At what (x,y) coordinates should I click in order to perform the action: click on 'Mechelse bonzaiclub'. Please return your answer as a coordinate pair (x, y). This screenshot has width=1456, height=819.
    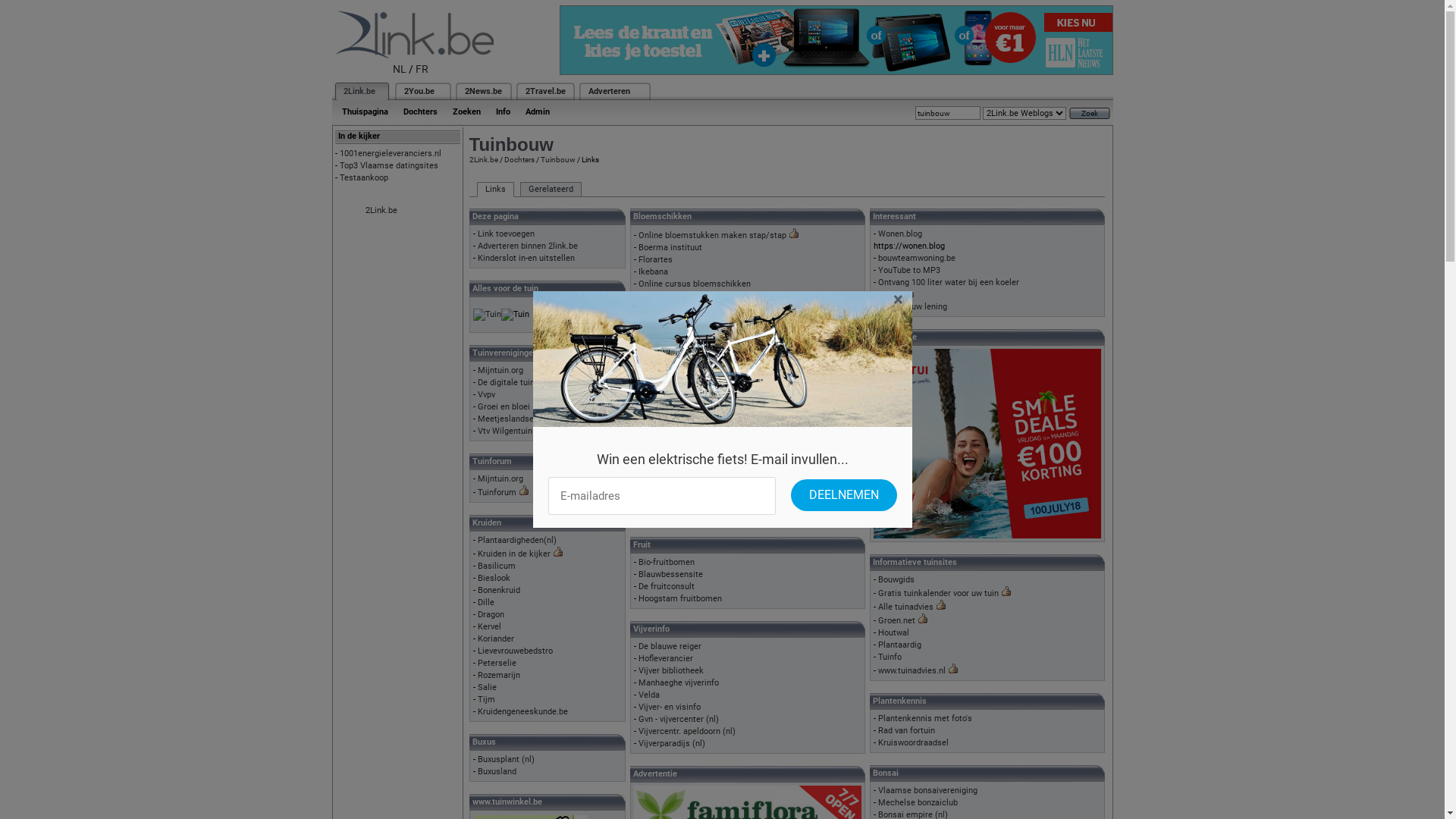
    Looking at the image, I should click on (917, 802).